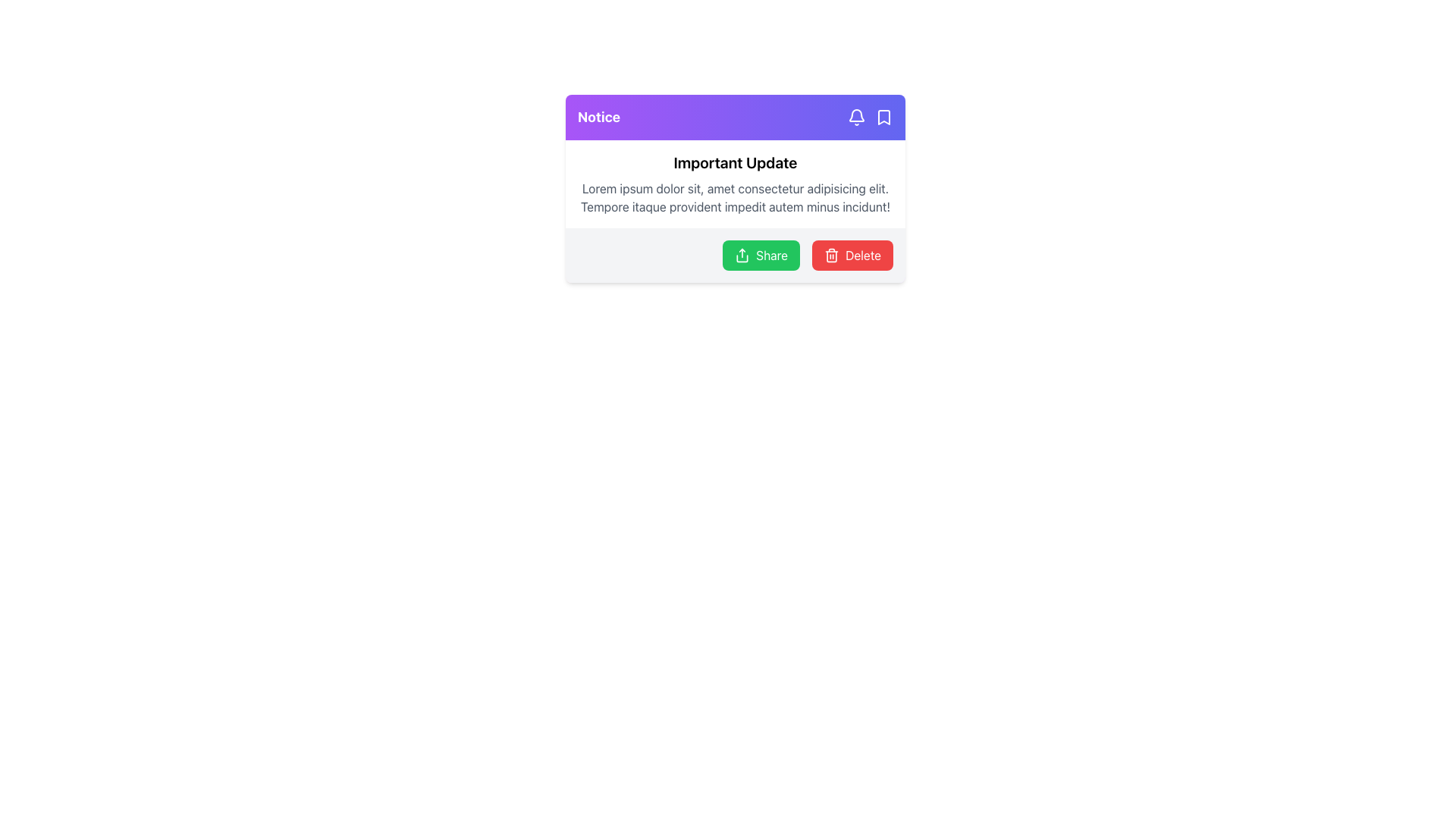 This screenshot has height=819, width=1456. I want to click on the static text label reading 'Notice' that is displayed in bold with a large font, featuring a gradient background transitioning from purple to indigo and white text, located in the top-left section of the header bar, so click(598, 116).